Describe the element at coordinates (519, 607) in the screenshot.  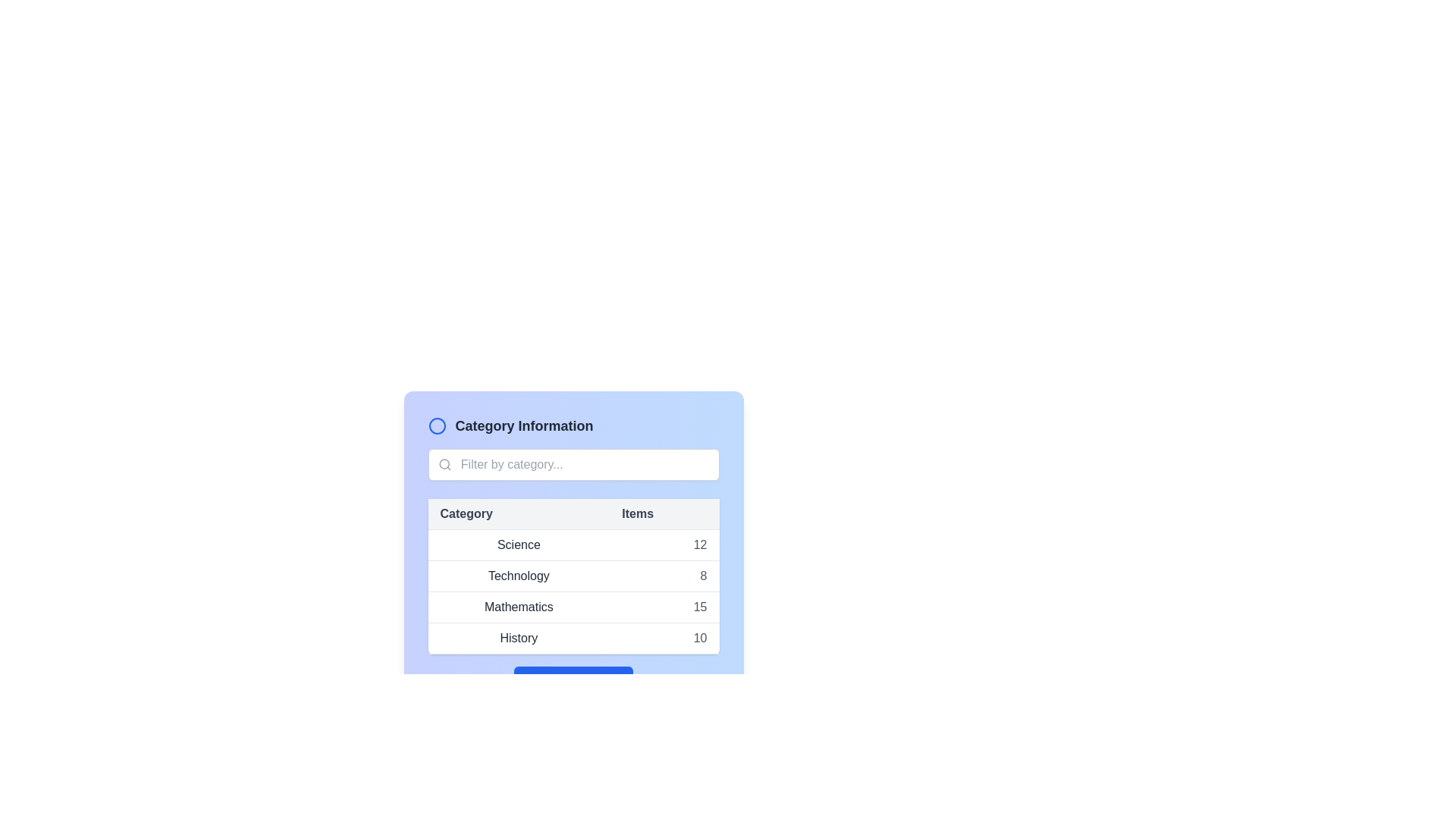
I see `the 'Mathematics' category label located in the first column of the third row of the category table, which is adjacent to the item count '15'` at that location.